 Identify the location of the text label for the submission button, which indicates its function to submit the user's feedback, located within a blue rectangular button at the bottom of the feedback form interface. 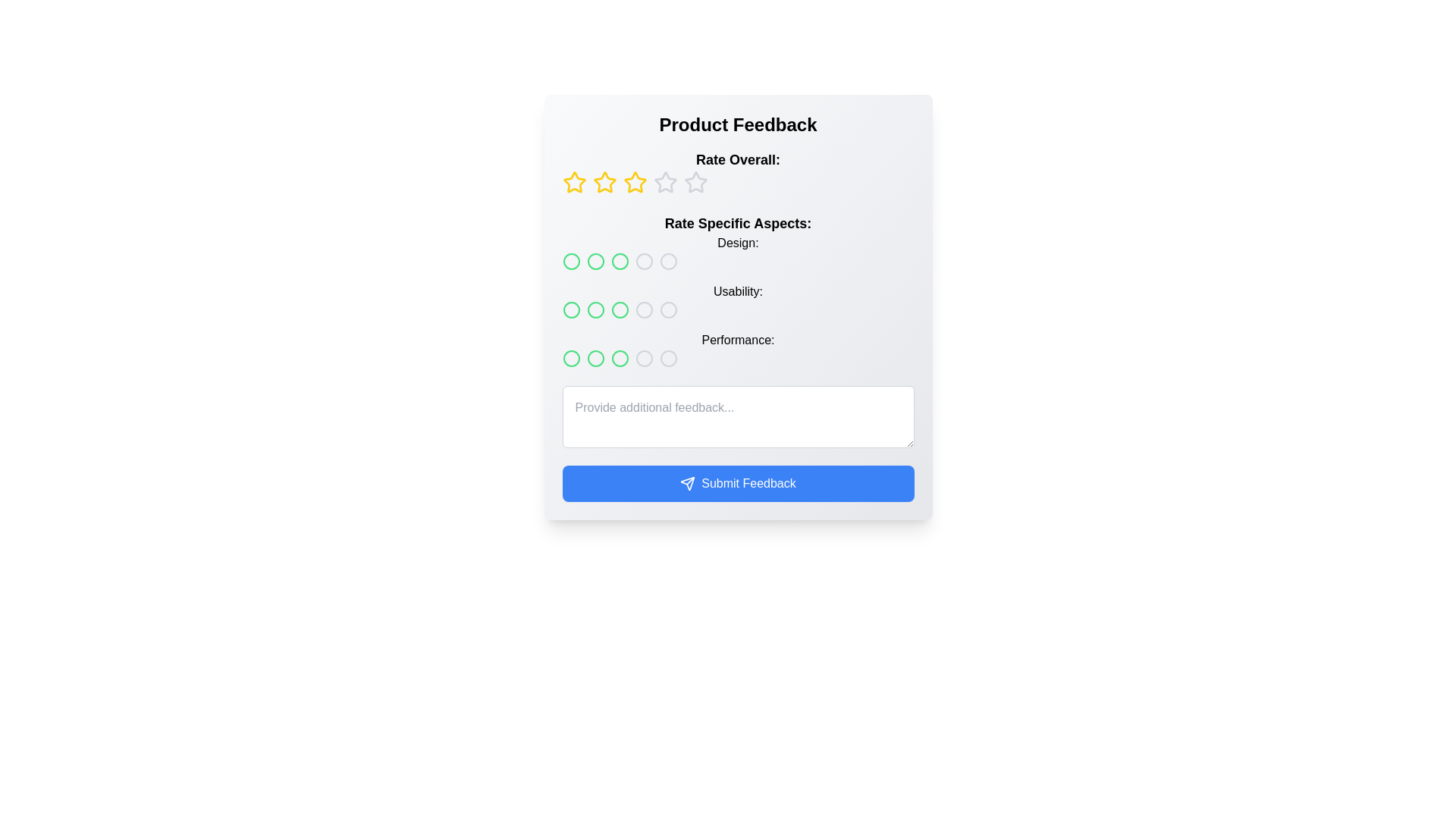
(748, 483).